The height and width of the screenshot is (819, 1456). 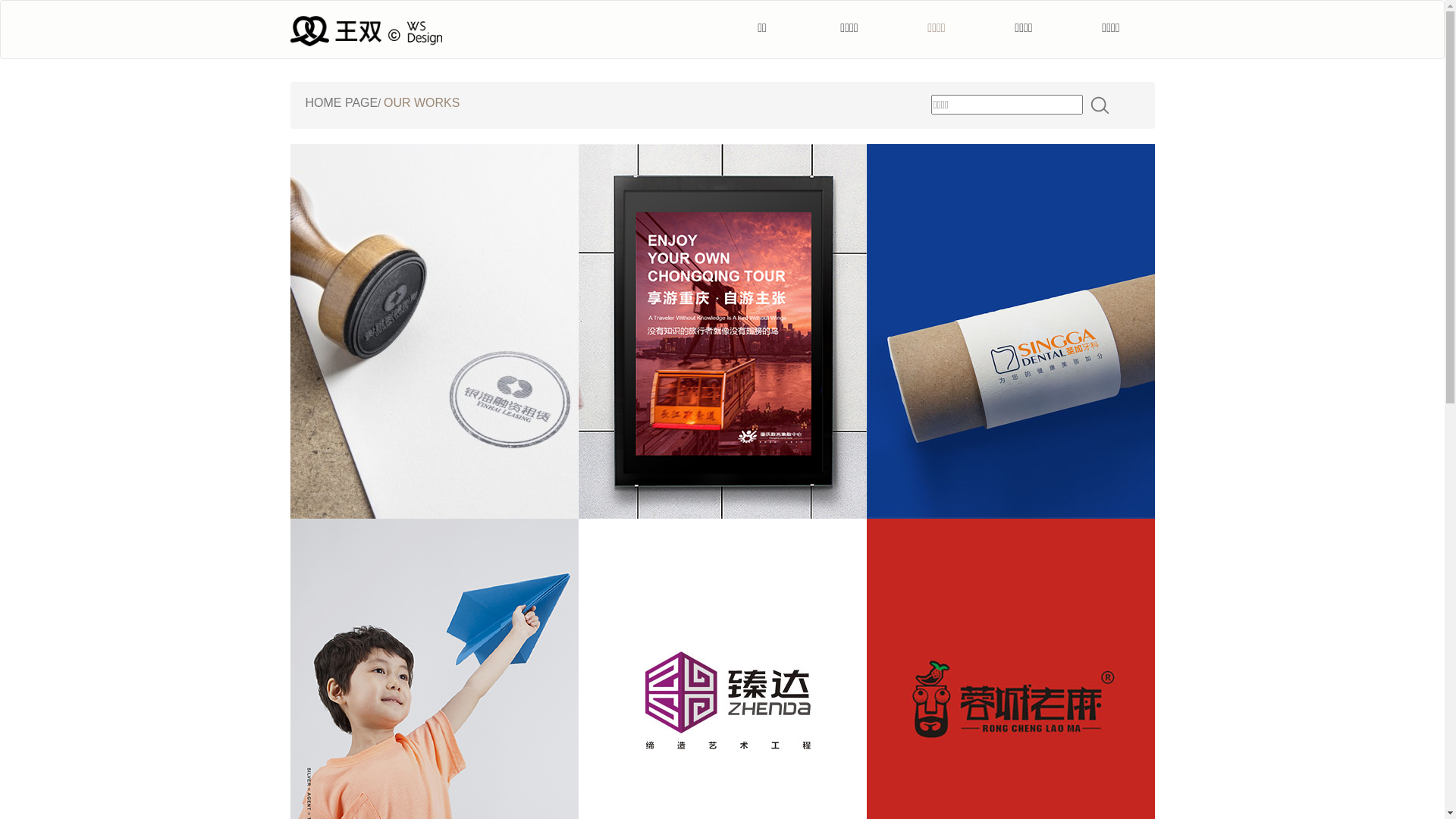 What do you see at coordinates (383, 102) in the screenshot?
I see `'OUR WORKS'` at bounding box center [383, 102].